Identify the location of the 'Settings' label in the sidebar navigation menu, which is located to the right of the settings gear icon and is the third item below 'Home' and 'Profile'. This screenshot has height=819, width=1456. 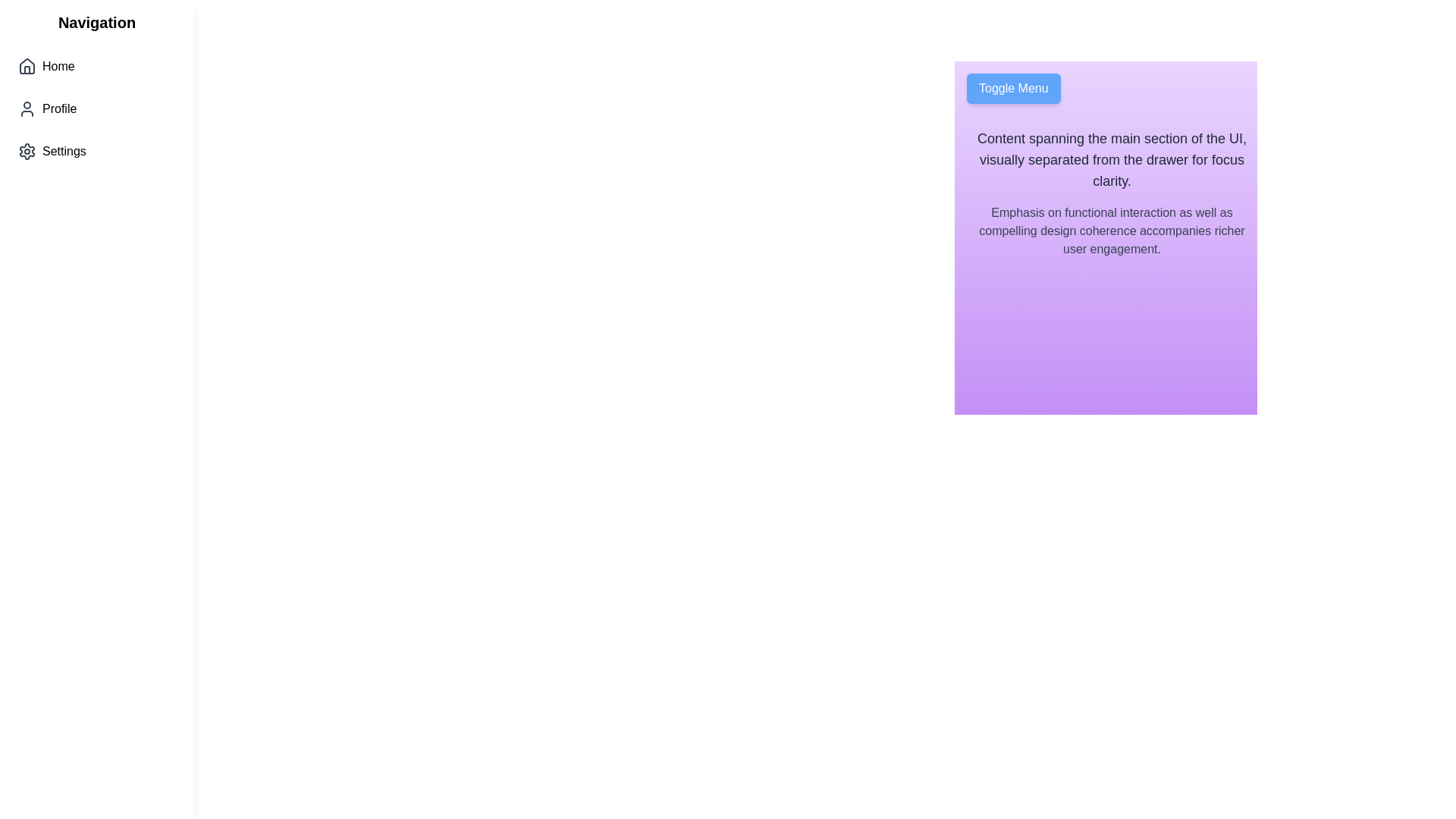
(63, 152).